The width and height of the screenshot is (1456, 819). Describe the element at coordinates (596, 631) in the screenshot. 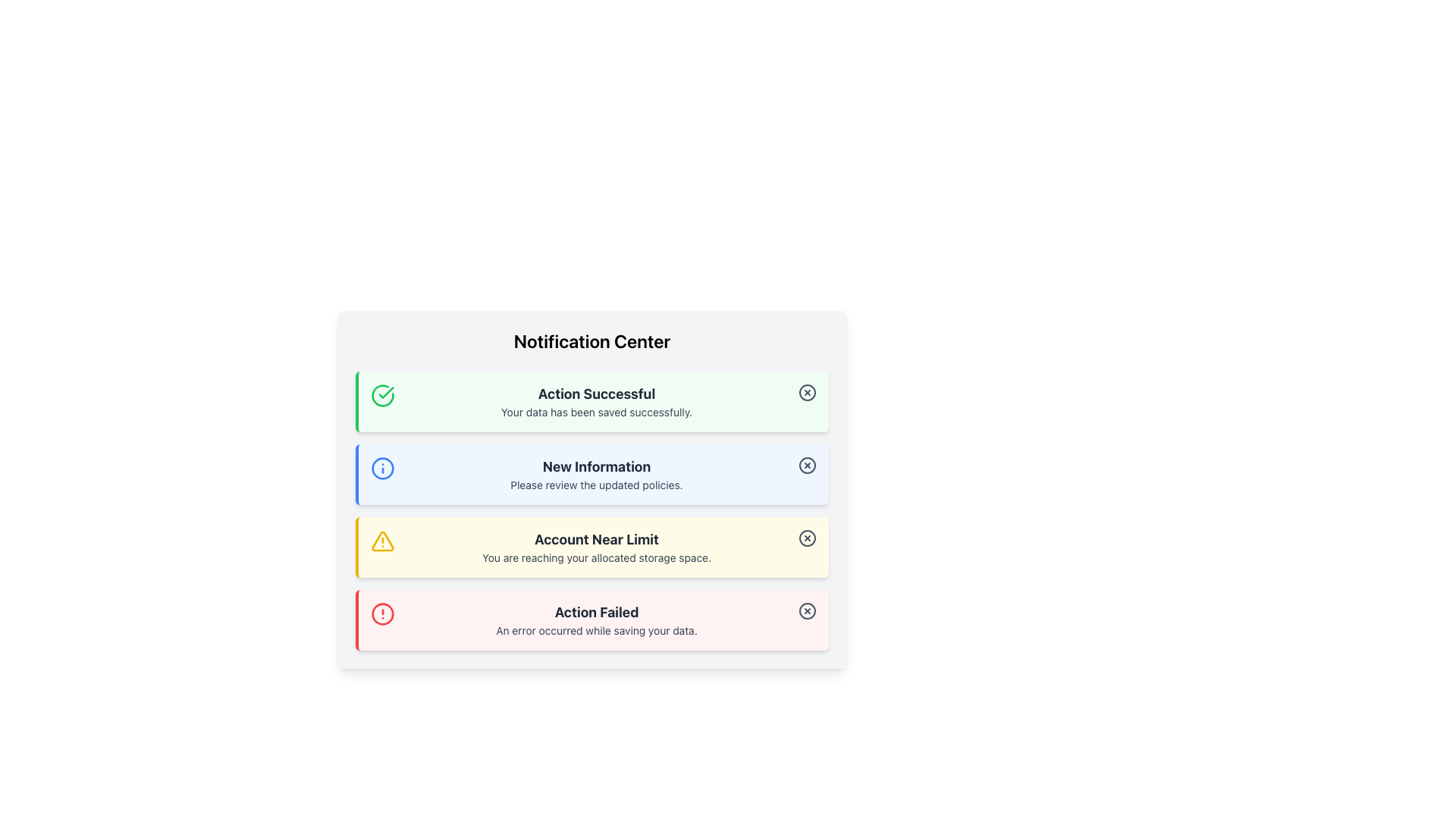

I see `text label that displays 'An error occurred while saving your data.' located under the heading 'Action Failed' in the notification center interface` at that location.